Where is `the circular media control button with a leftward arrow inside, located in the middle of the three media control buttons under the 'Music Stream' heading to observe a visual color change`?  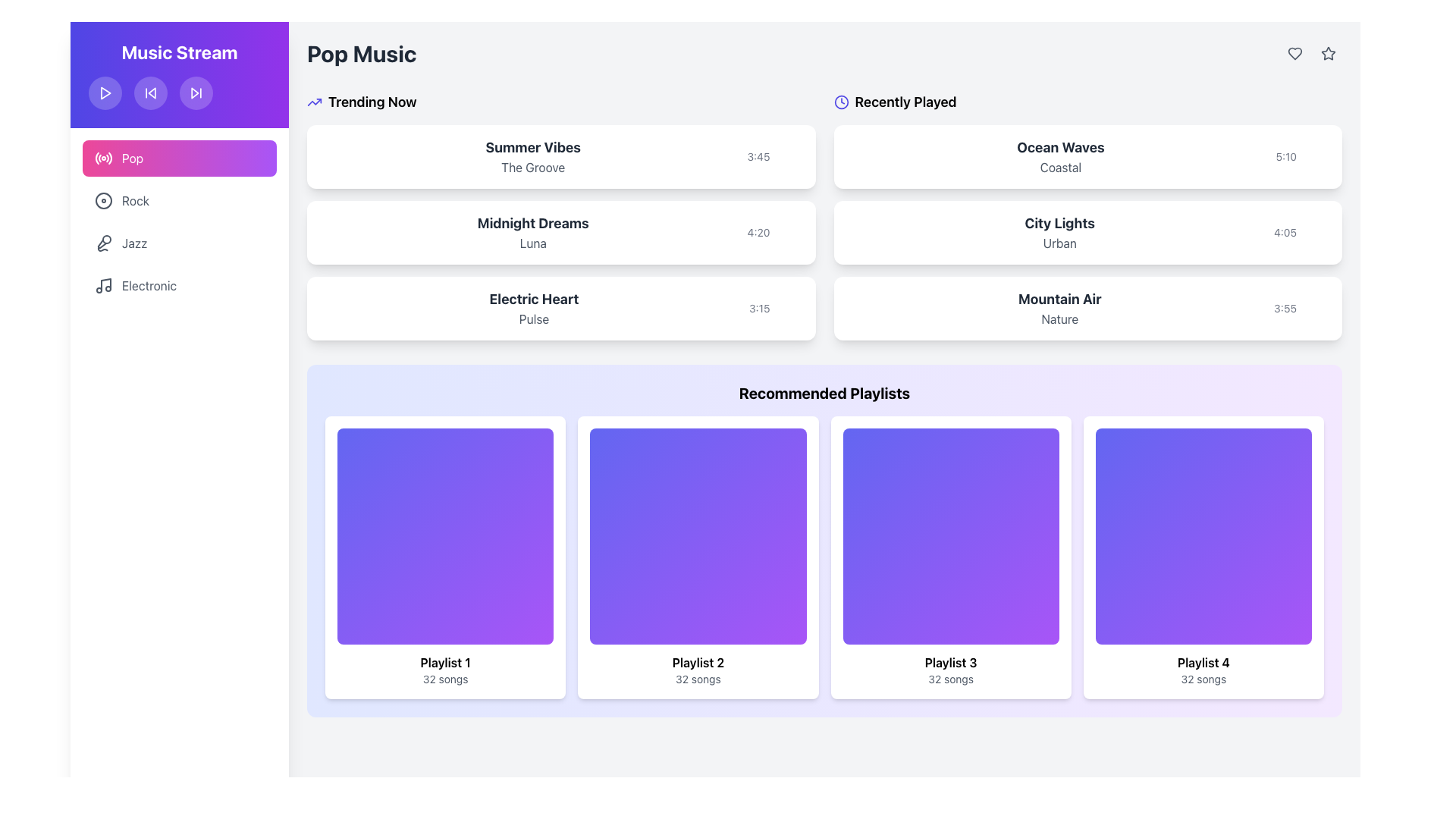
the circular media control button with a leftward arrow inside, located in the middle of the three media control buttons under the 'Music Stream' heading to observe a visual color change is located at coordinates (150, 93).